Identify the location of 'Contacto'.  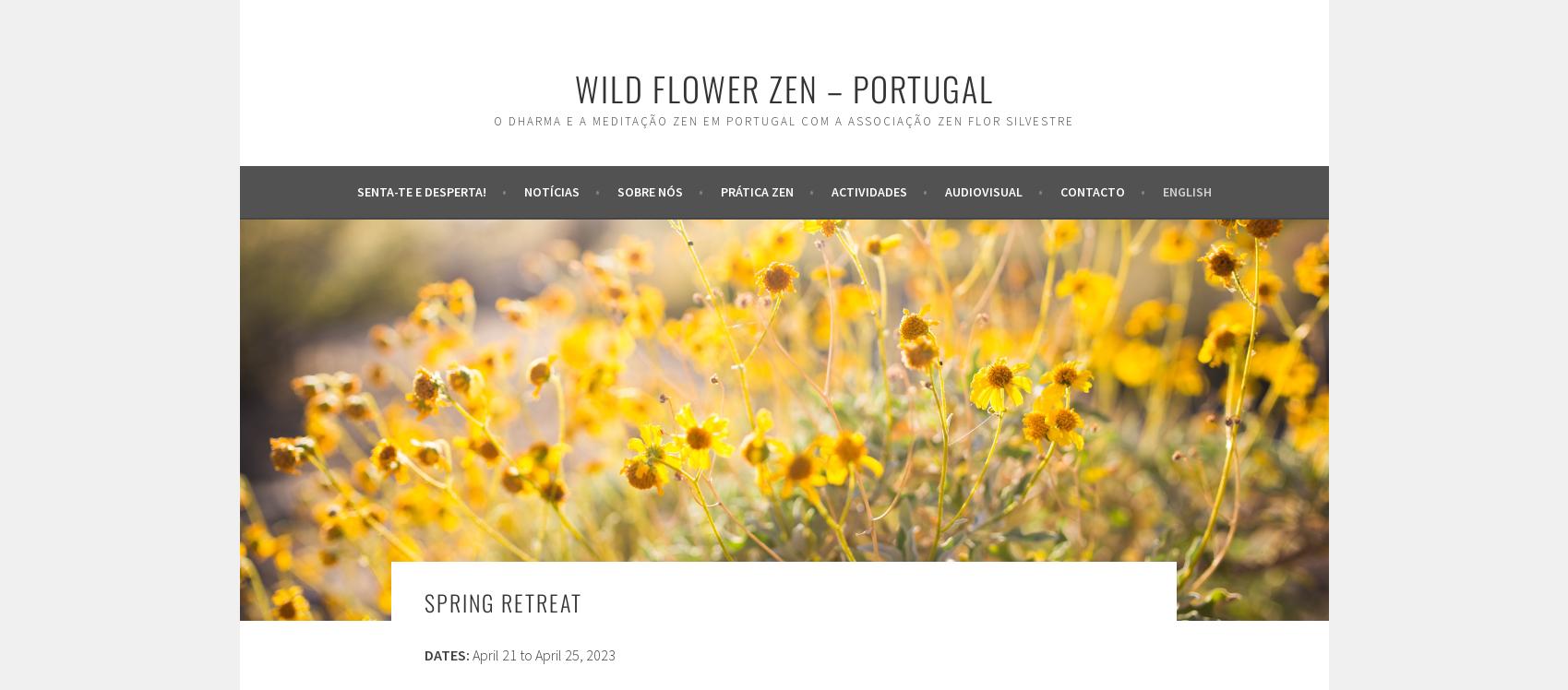
(1092, 190).